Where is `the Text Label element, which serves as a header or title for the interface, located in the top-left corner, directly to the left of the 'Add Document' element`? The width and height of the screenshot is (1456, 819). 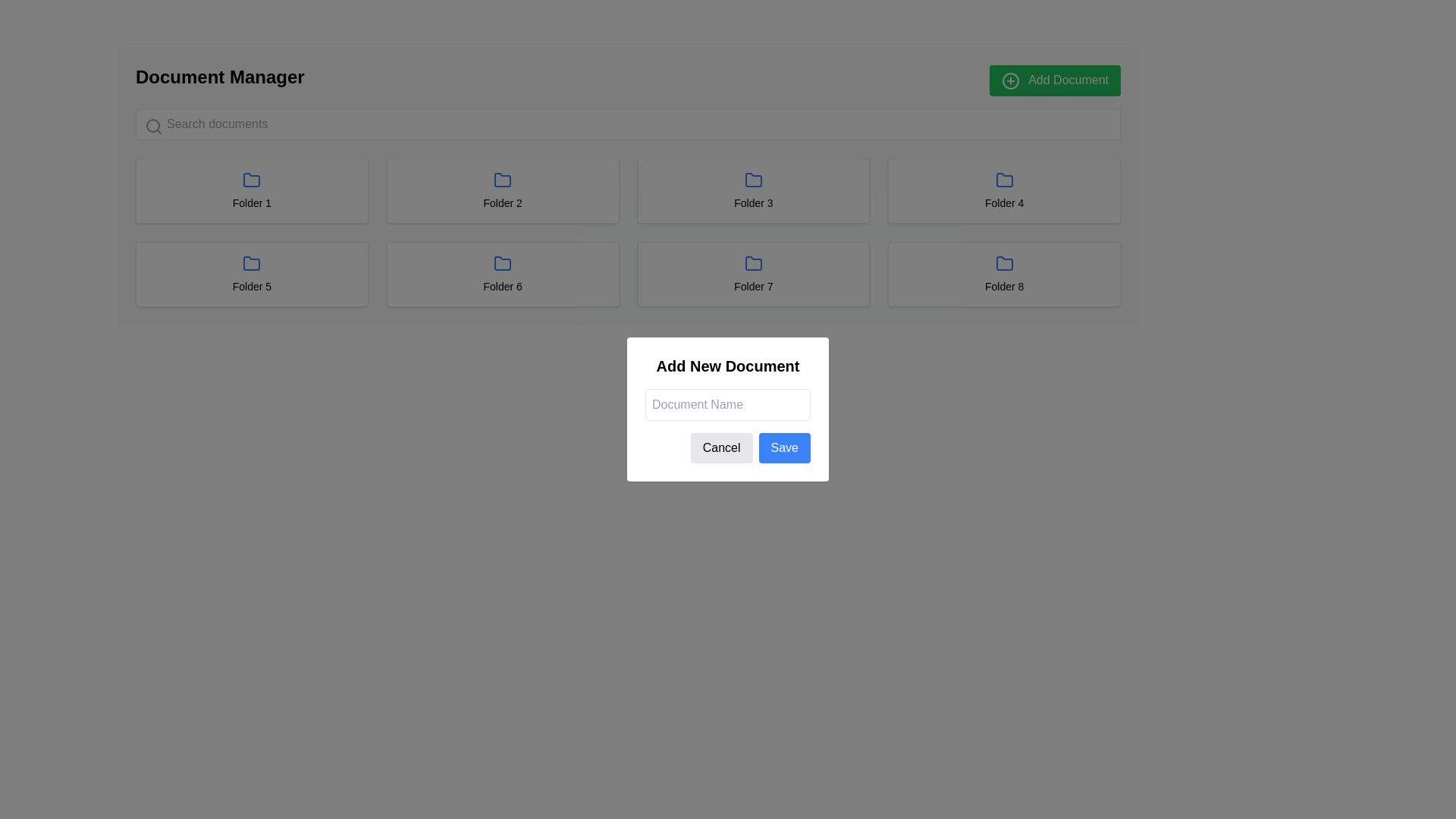 the Text Label element, which serves as a header or title for the interface, located in the top-left corner, directly to the left of the 'Add Document' element is located at coordinates (219, 80).